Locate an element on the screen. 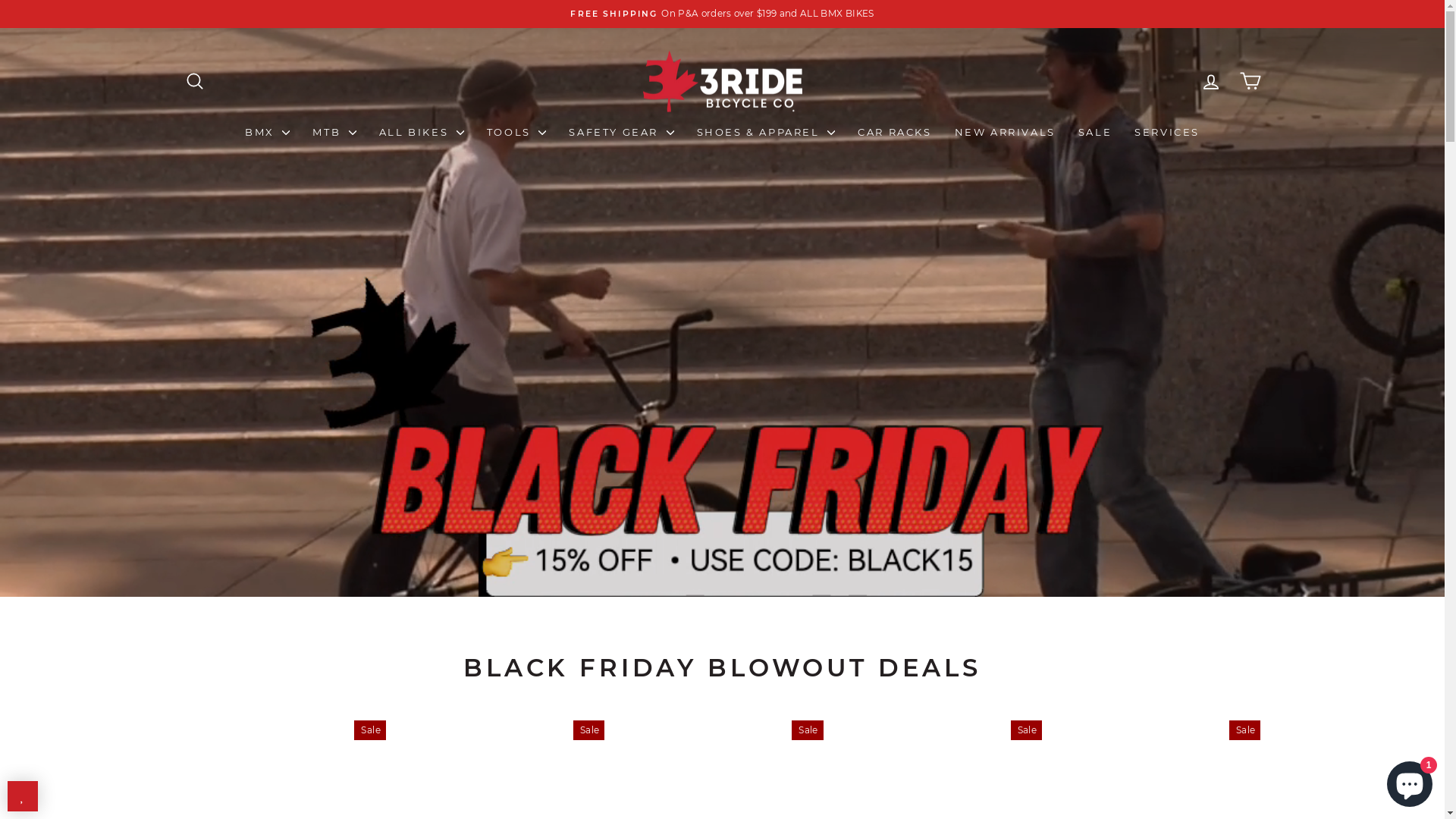  'CART' is located at coordinates (1249, 80).